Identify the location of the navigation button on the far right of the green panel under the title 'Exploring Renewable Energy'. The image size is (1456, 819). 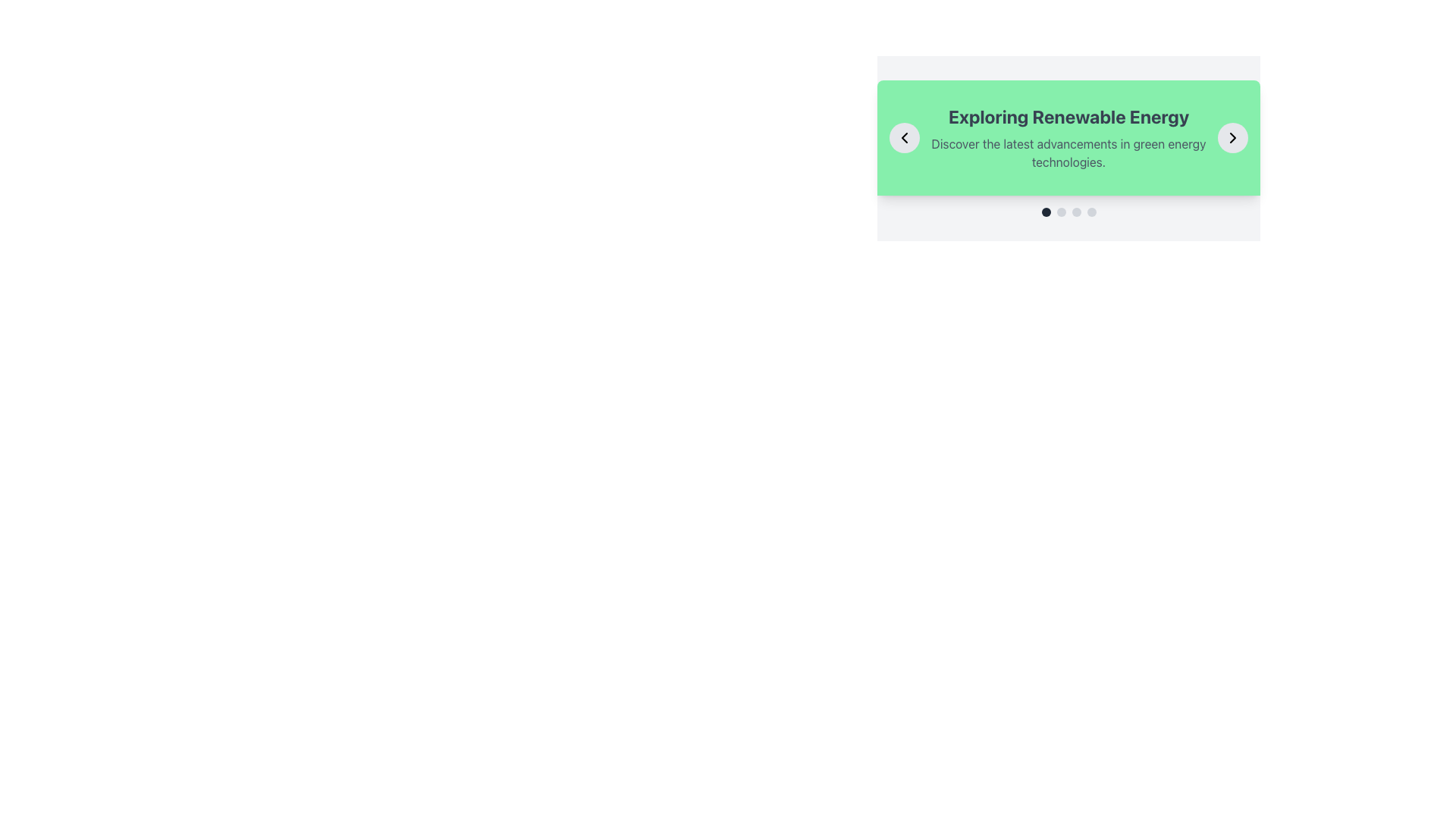
(1233, 137).